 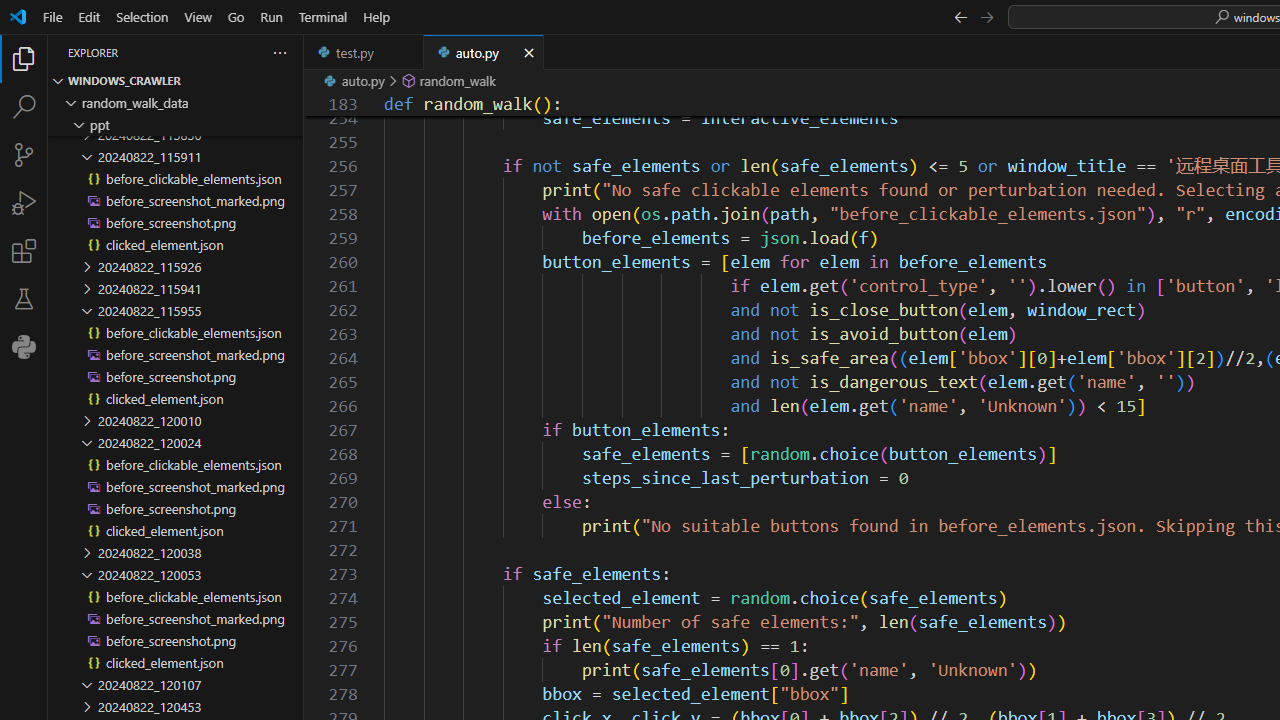 What do you see at coordinates (24, 299) in the screenshot?
I see `'Testing'` at bounding box center [24, 299].